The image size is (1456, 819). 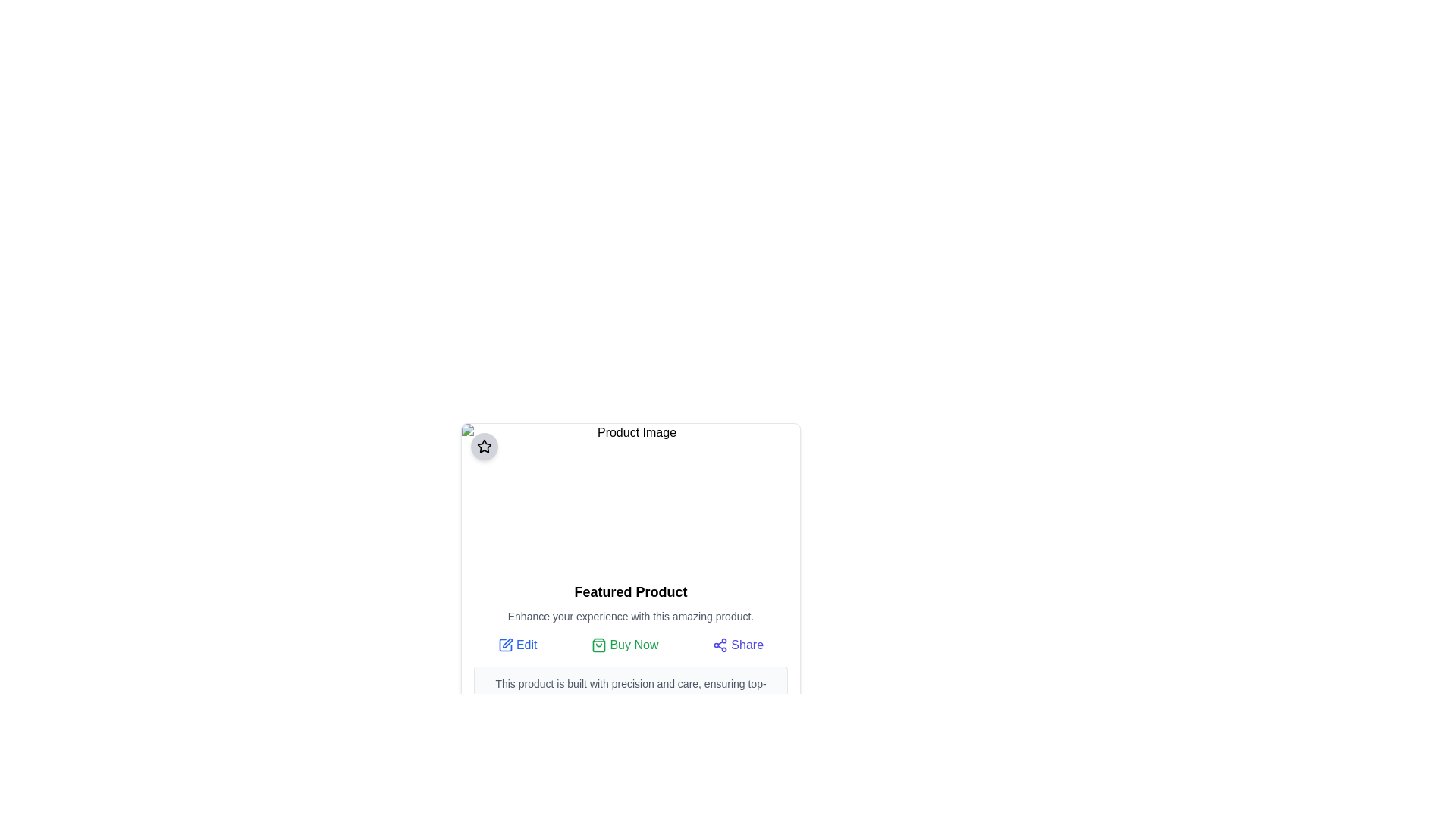 What do you see at coordinates (630, 497) in the screenshot?
I see `the rectangular image placeholder labeled 'Product Image' located at the top section of the card layout` at bounding box center [630, 497].